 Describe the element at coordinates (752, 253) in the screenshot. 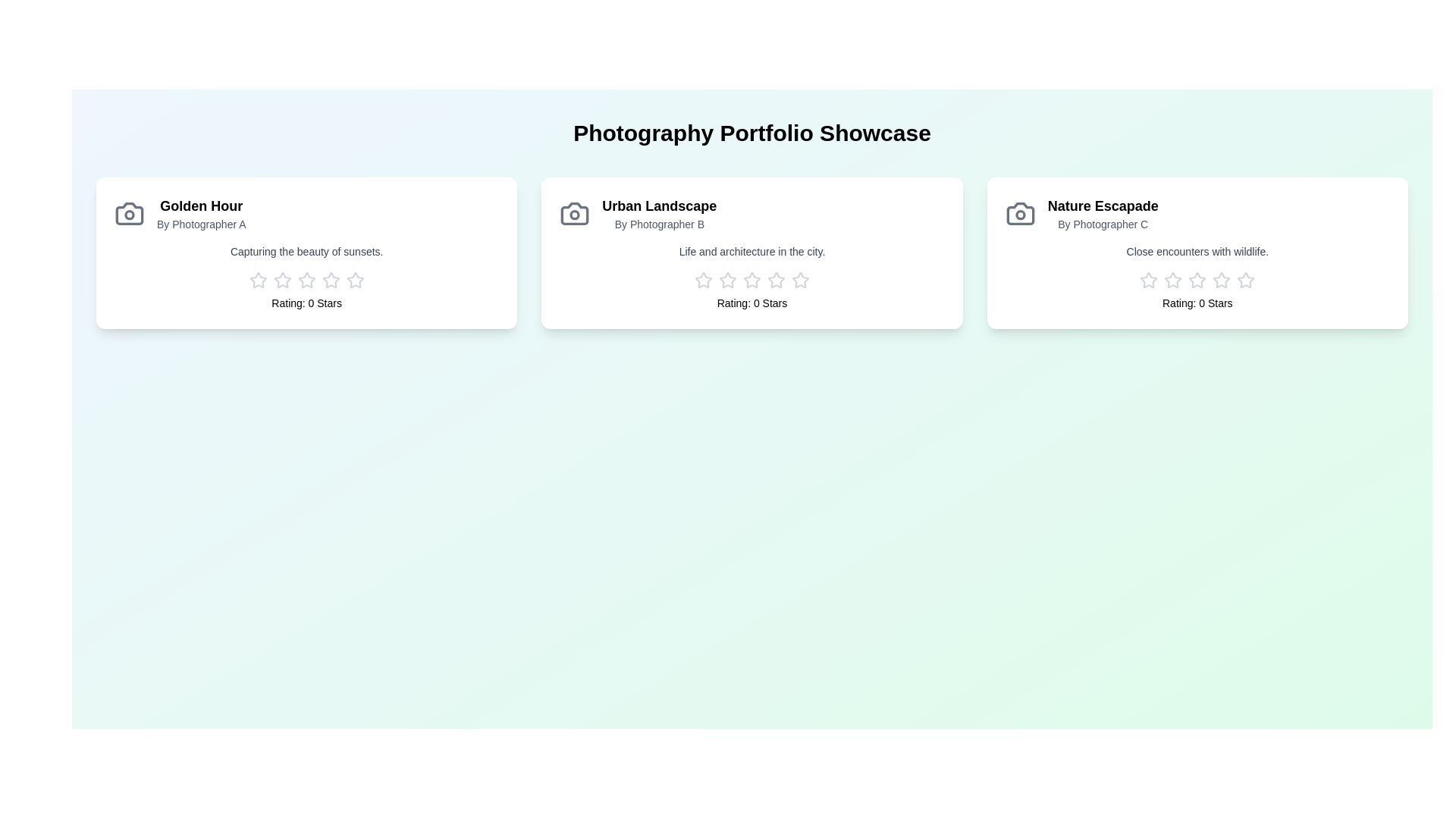

I see `the portfolio card for Urban Landscape` at that location.